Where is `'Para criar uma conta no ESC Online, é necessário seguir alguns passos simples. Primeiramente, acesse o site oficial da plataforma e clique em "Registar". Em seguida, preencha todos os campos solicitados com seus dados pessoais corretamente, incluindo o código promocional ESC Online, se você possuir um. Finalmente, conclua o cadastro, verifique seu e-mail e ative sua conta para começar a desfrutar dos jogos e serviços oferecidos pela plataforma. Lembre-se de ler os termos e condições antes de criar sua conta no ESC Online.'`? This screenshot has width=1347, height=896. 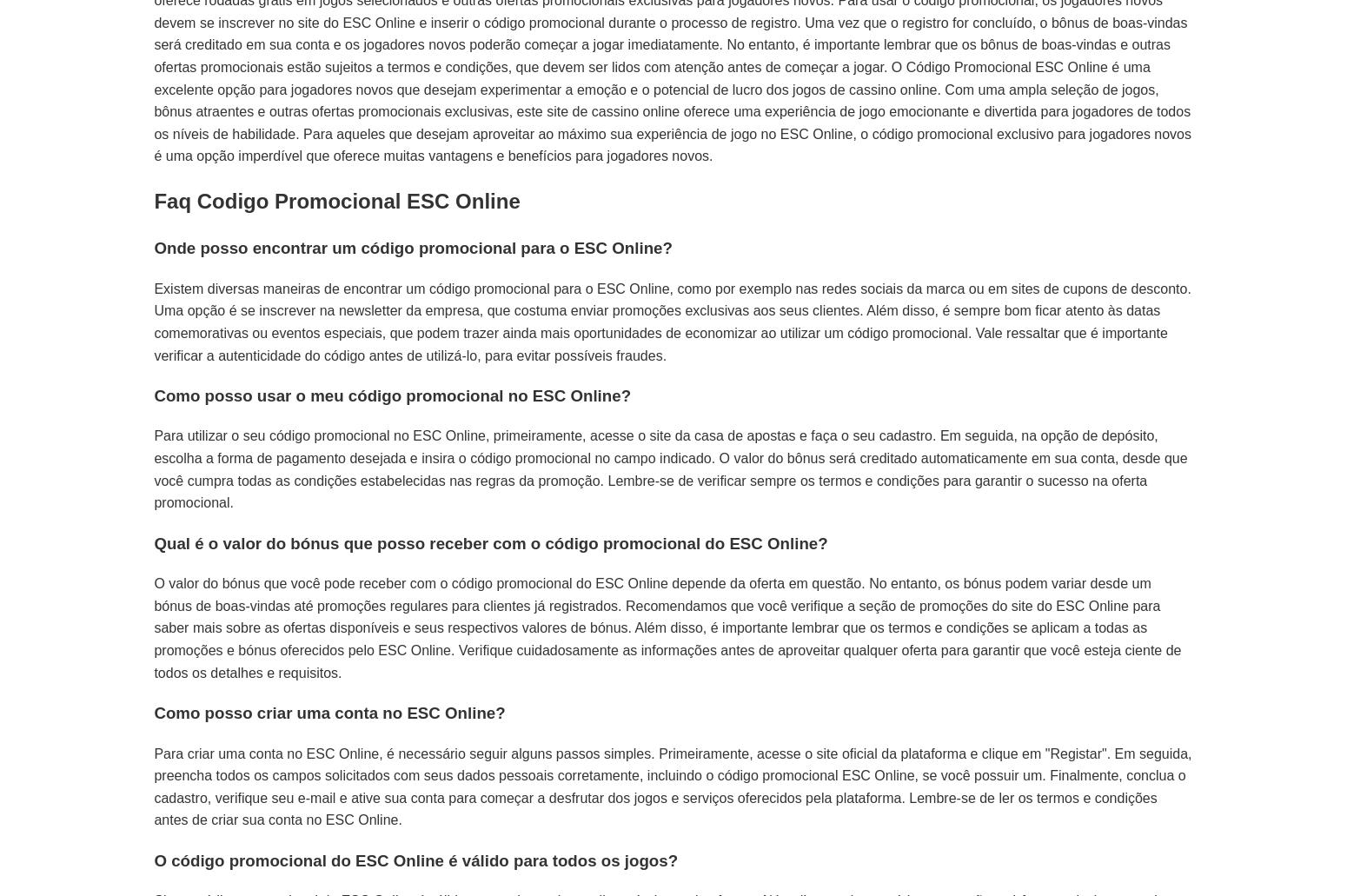 'Para criar uma conta no ESC Online, é necessário seguir alguns passos simples. Primeiramente, acesse o site oficial da plataforma e clique em "Registar". Em seguida, preencha todos os campos solicitados com seus dados pessoais corretamente, incluindo o código promocional ESC Online, se você possuir um. Finalmente, conclua o cadastro, verifique seu e-mail e ative sua conta para começar a desfrutar dos jogos e serviços oferecidos pela plataforma. Lembre-se de ler os termos e condições antes de criar sua conta no ESC Online.' is located at coordinates (673, 786).